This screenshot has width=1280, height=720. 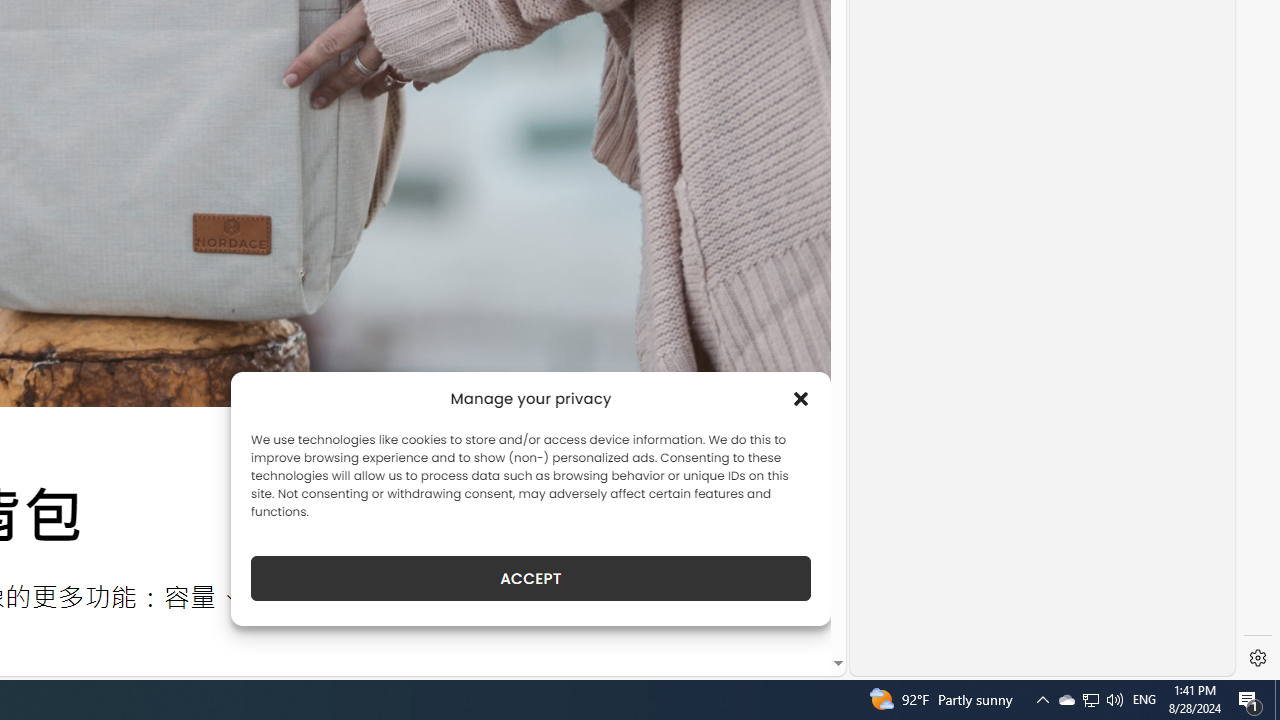 I want to click on 'Settings', so click(x=1257, y=658).